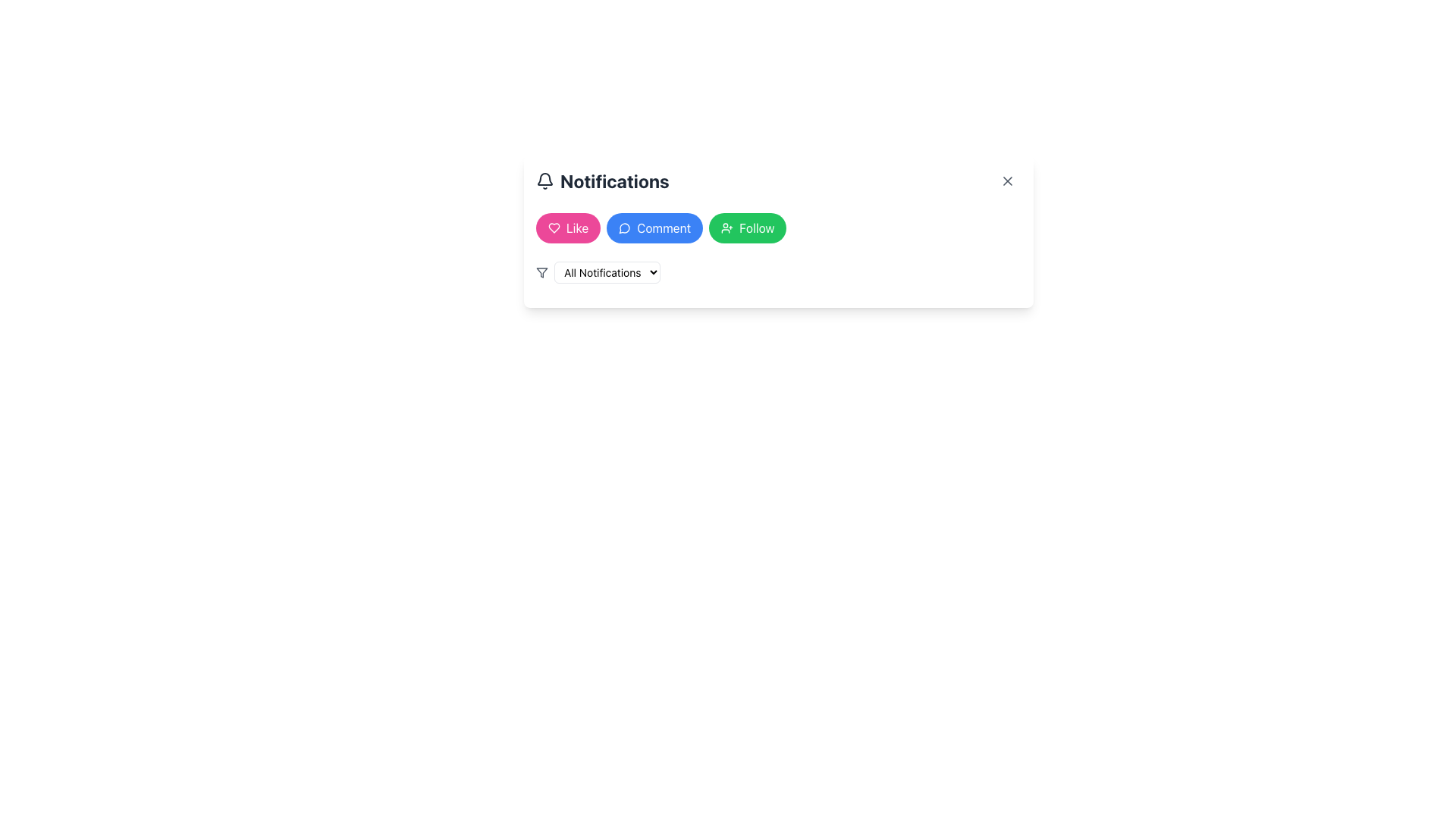  Describe the element at coordinates (654, 227) in the screenshot. I see `the comment button located between the pink 'Like' button and the green 'Follow' button, situated below the 'Notifications' title` at that location.